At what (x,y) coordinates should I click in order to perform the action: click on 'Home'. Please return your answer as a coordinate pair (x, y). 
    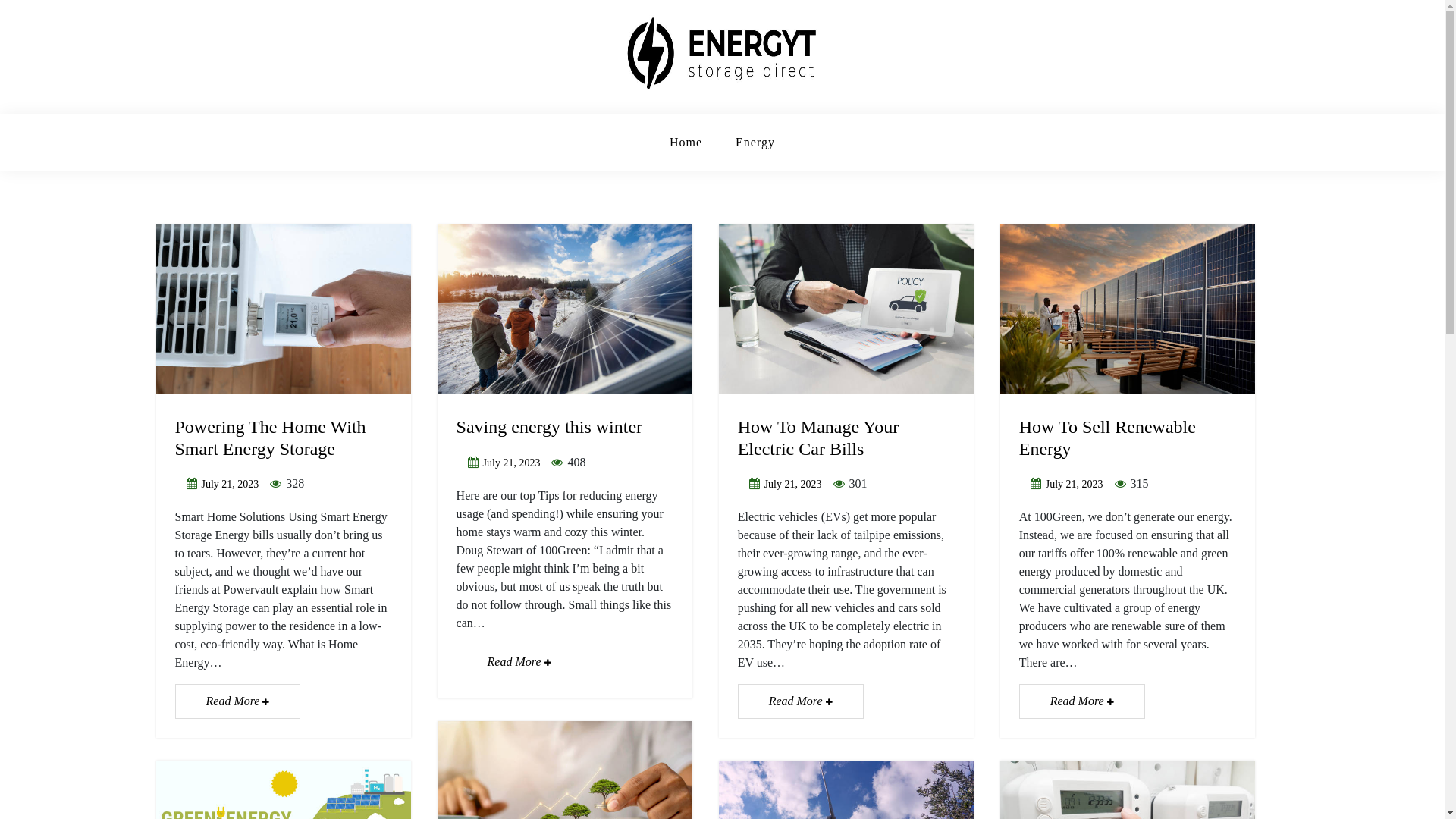
    Looking at the image, I should click on (685, 143).